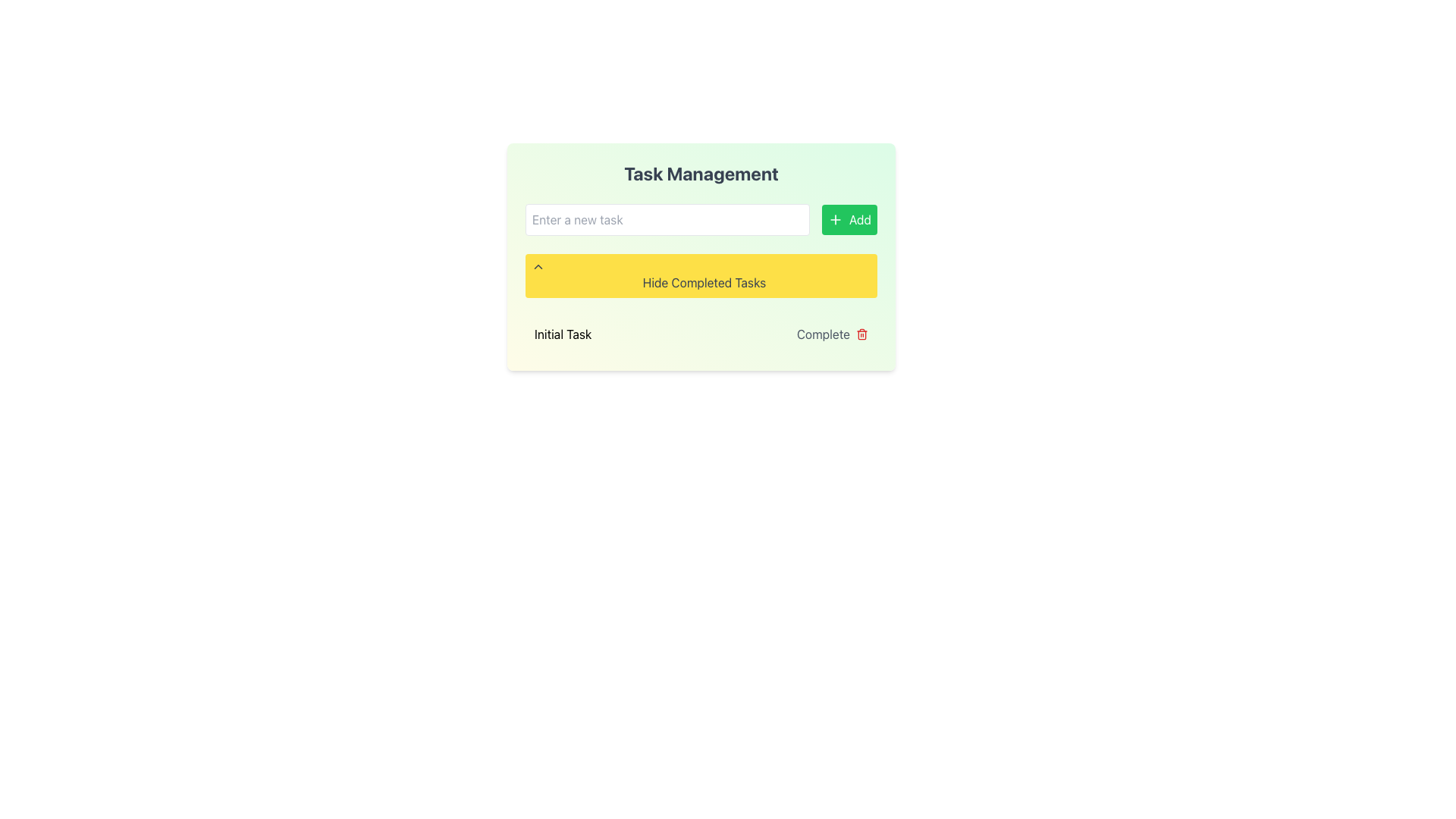 This screenshot has width=1456, height=819. What do you see at coordinates (538, 265) in the screenshot?
I see `the chevron icon located to the left of the 'Hide Completed Tasks' button` at bounding box center [538, 265].